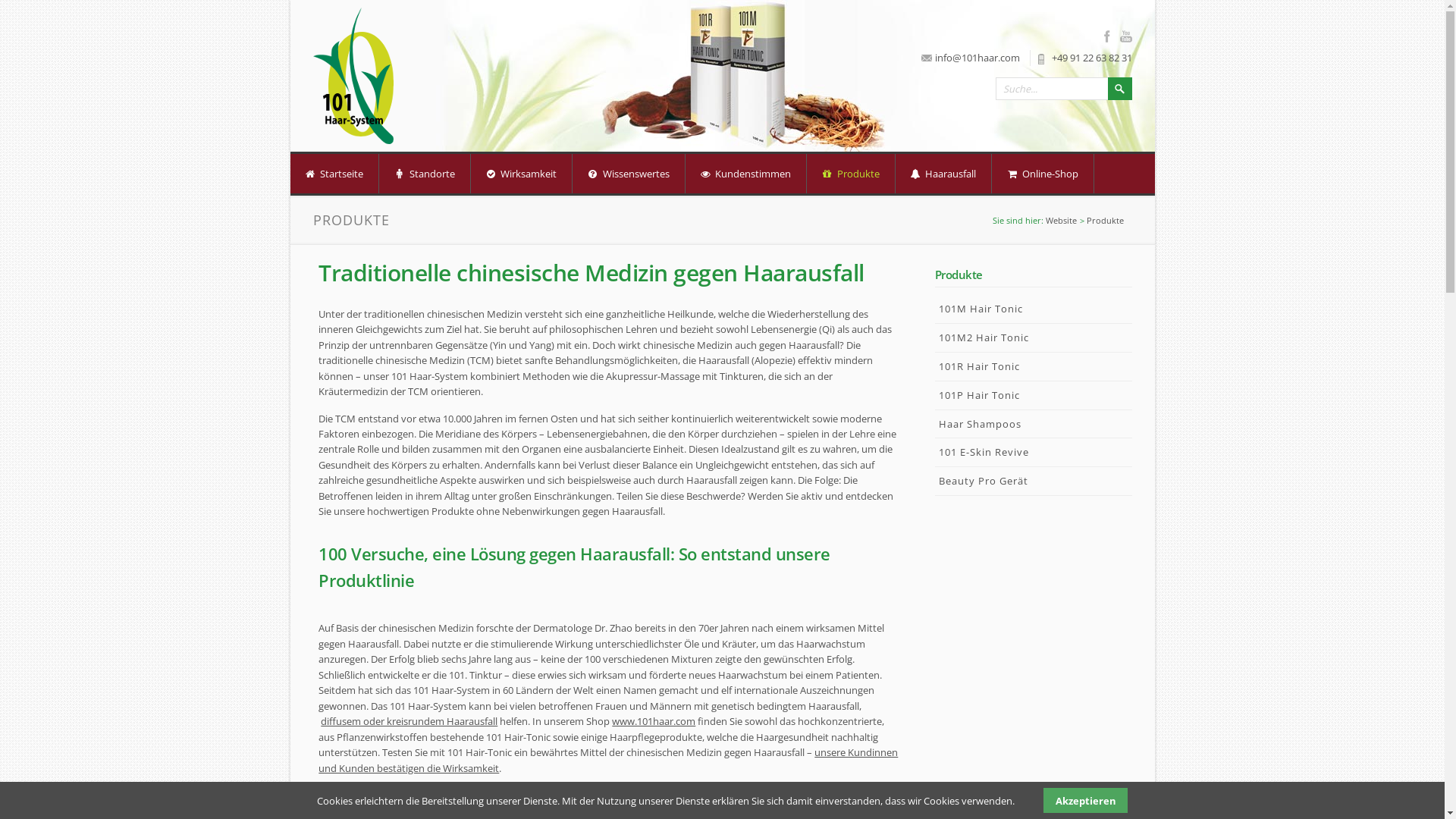  I want to click on 'info@101haar.com', so click(976, 57).